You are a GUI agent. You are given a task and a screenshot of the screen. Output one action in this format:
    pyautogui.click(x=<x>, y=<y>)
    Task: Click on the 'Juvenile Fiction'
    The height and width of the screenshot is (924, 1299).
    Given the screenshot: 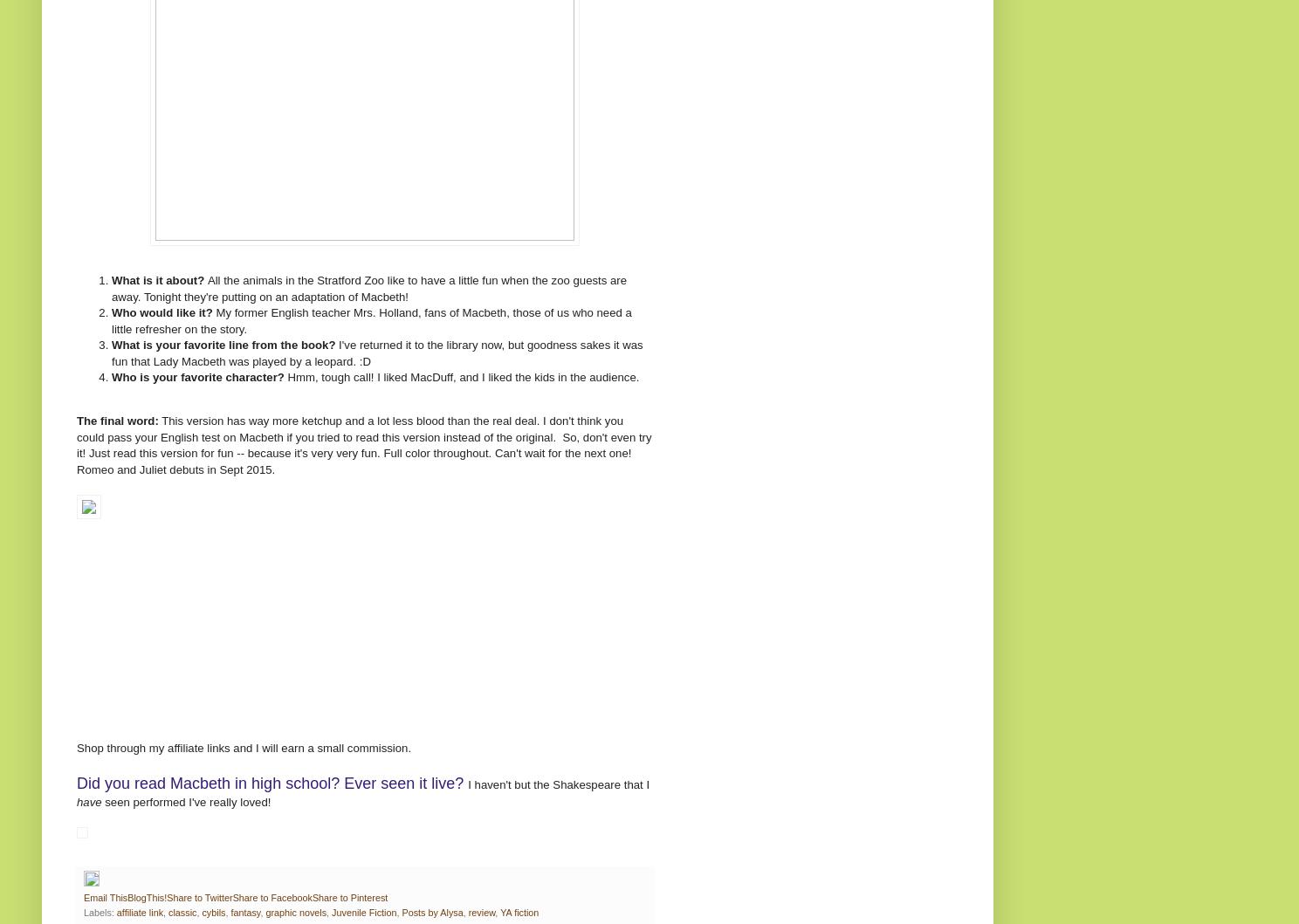 What is the action you would take?
    pyautogui.click(x=331, y=911)
    